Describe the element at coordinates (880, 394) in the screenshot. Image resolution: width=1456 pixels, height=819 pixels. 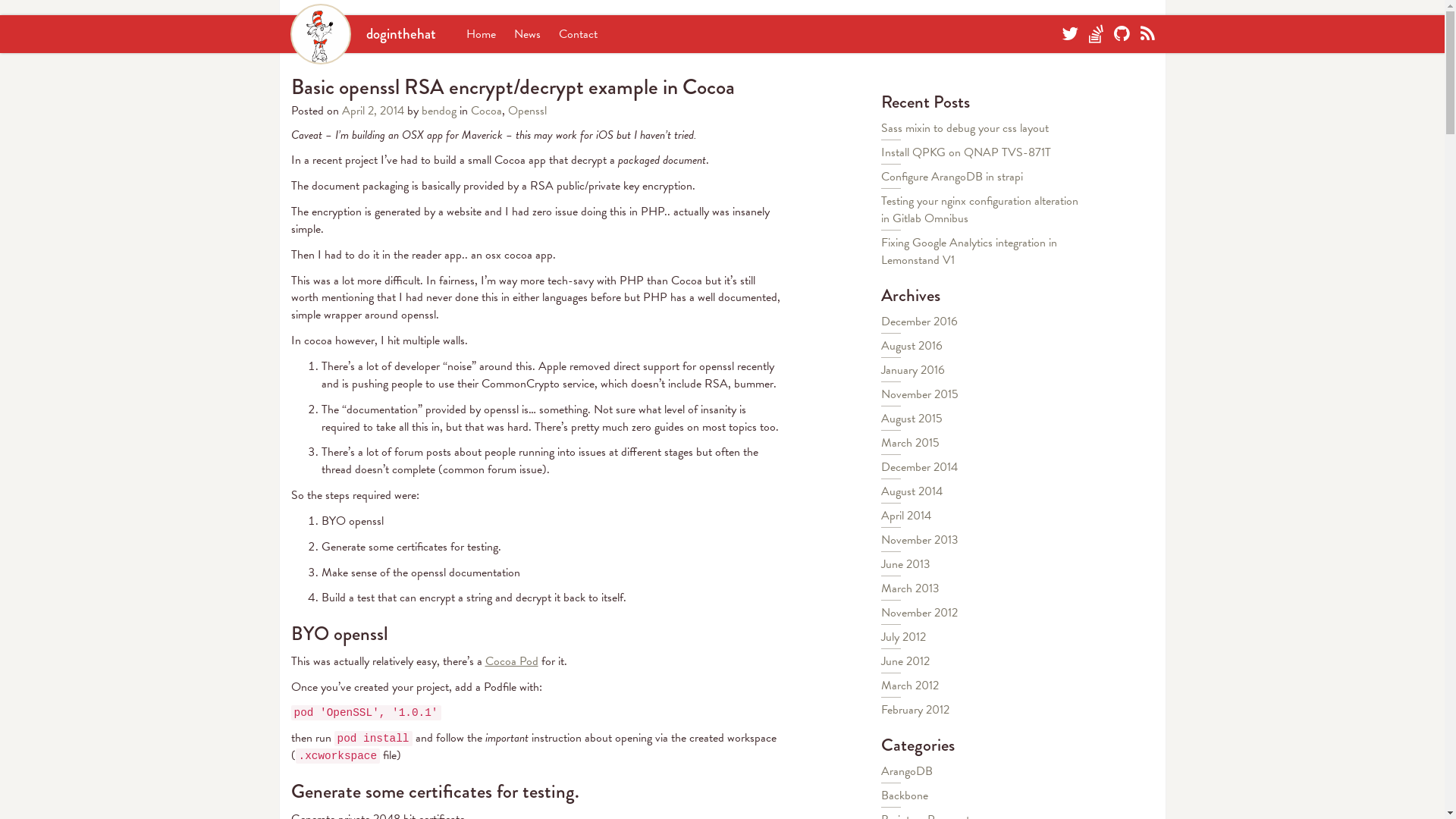
I see `'November 2015'` at that location.